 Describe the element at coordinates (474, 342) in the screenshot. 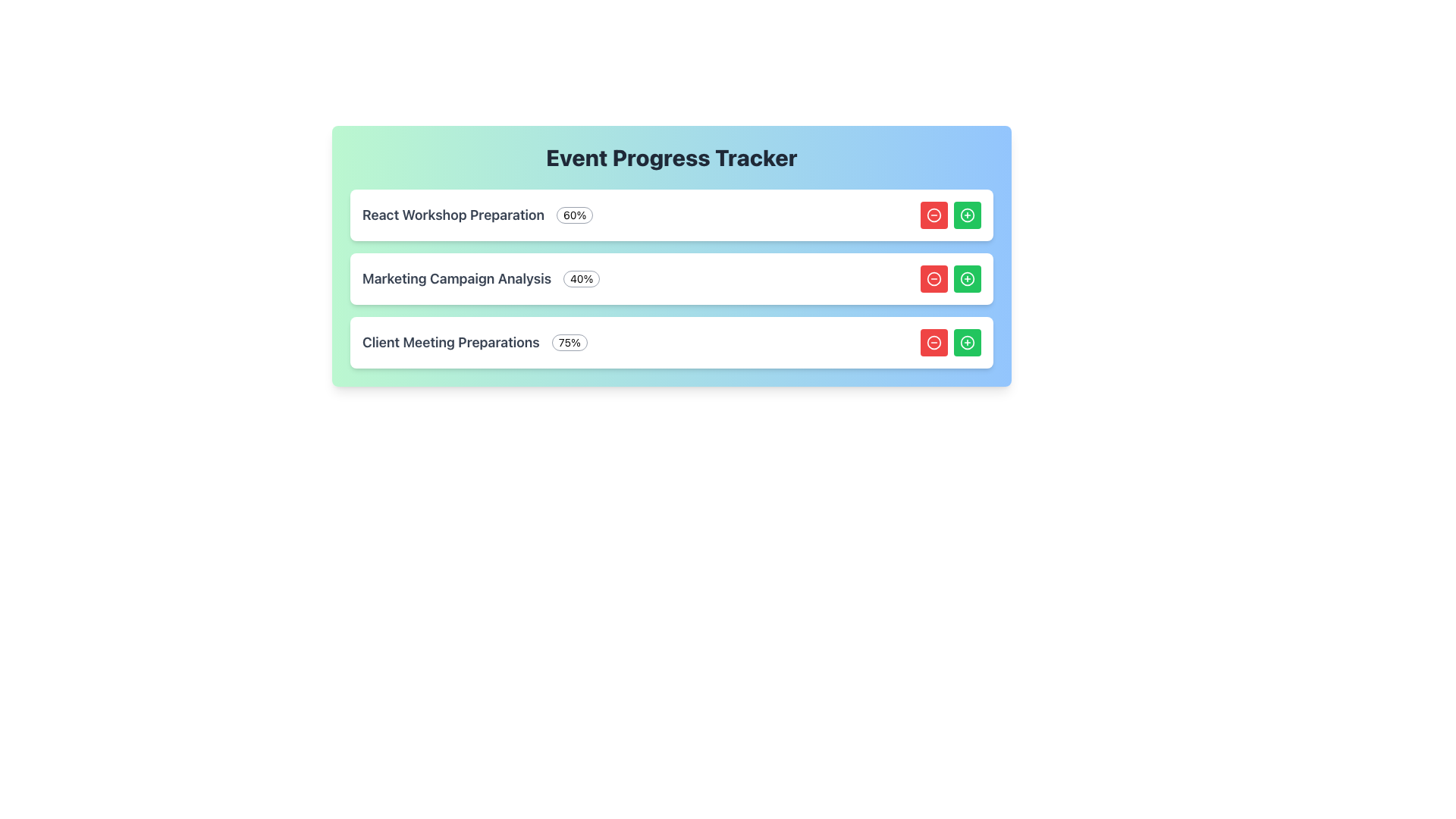

I see `displayed text of the Progress item labeled 'Client Meeting Preparations' with a percentage of '75%', which is the third item in the vertical list of progress items` at that location.